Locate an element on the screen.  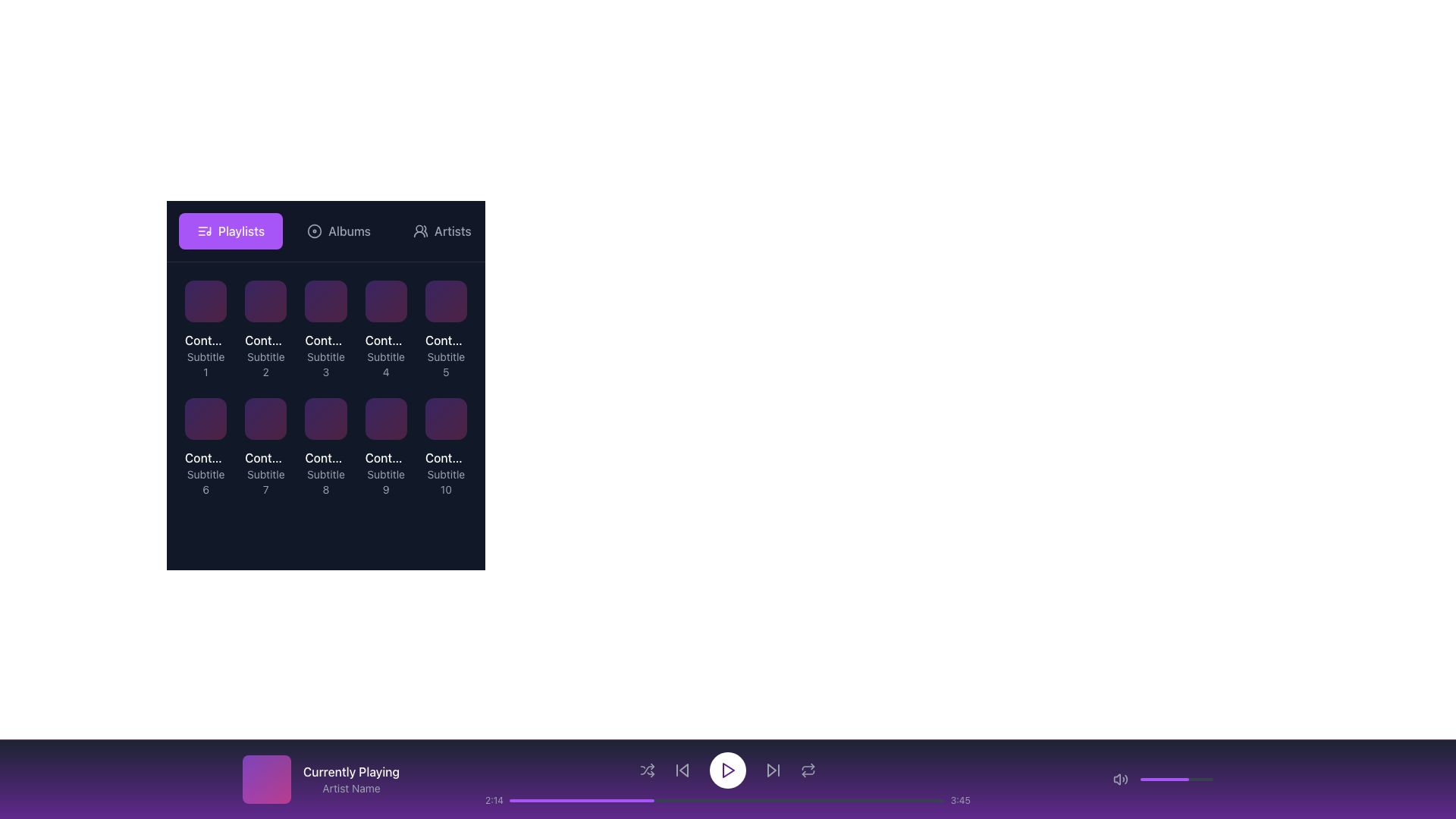
the Card-like UI component titled 'Content Title 8' is located at coordinates (325, 447).